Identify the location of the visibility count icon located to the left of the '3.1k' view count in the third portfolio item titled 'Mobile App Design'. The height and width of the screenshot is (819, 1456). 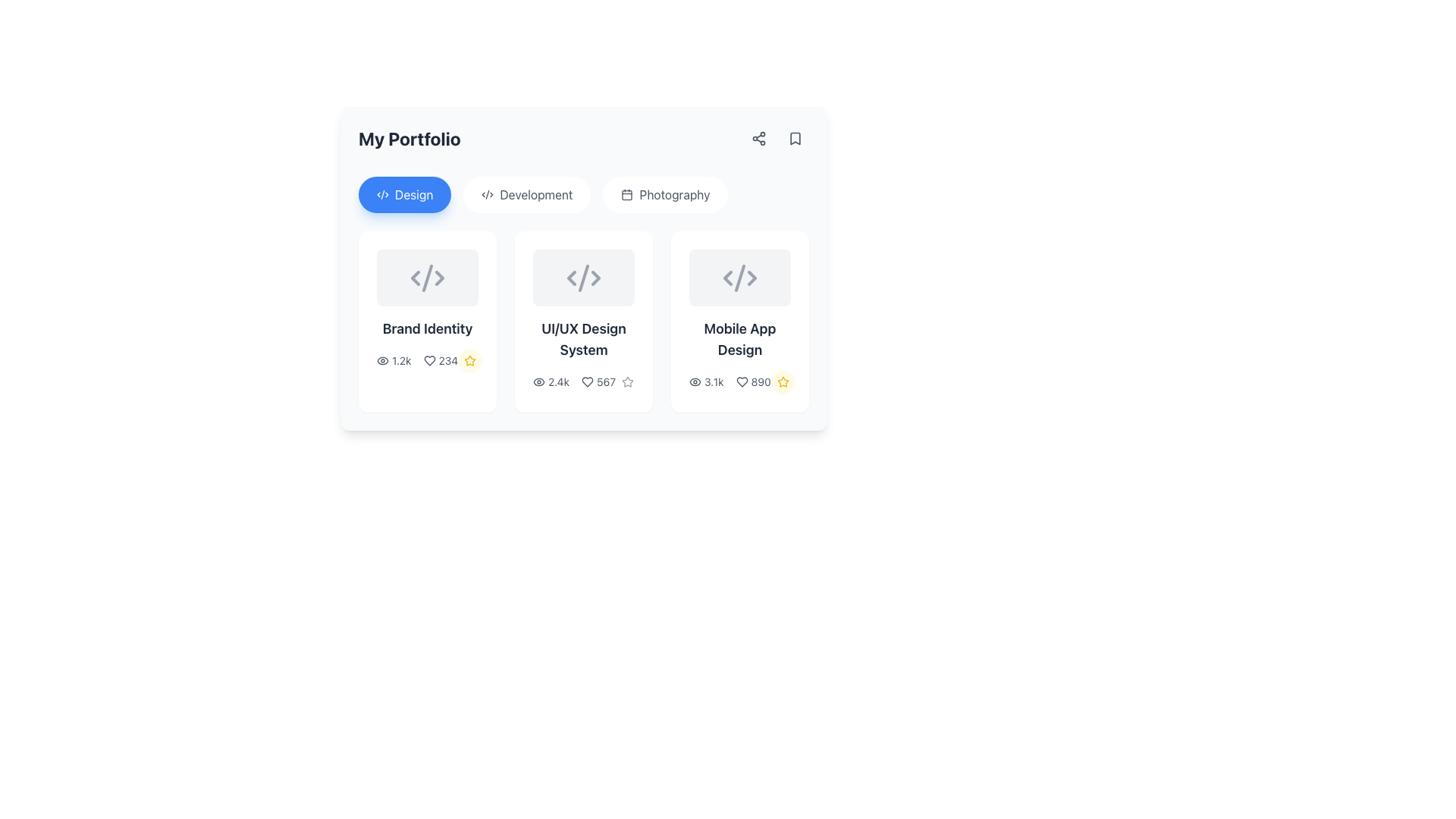
(694, 381).